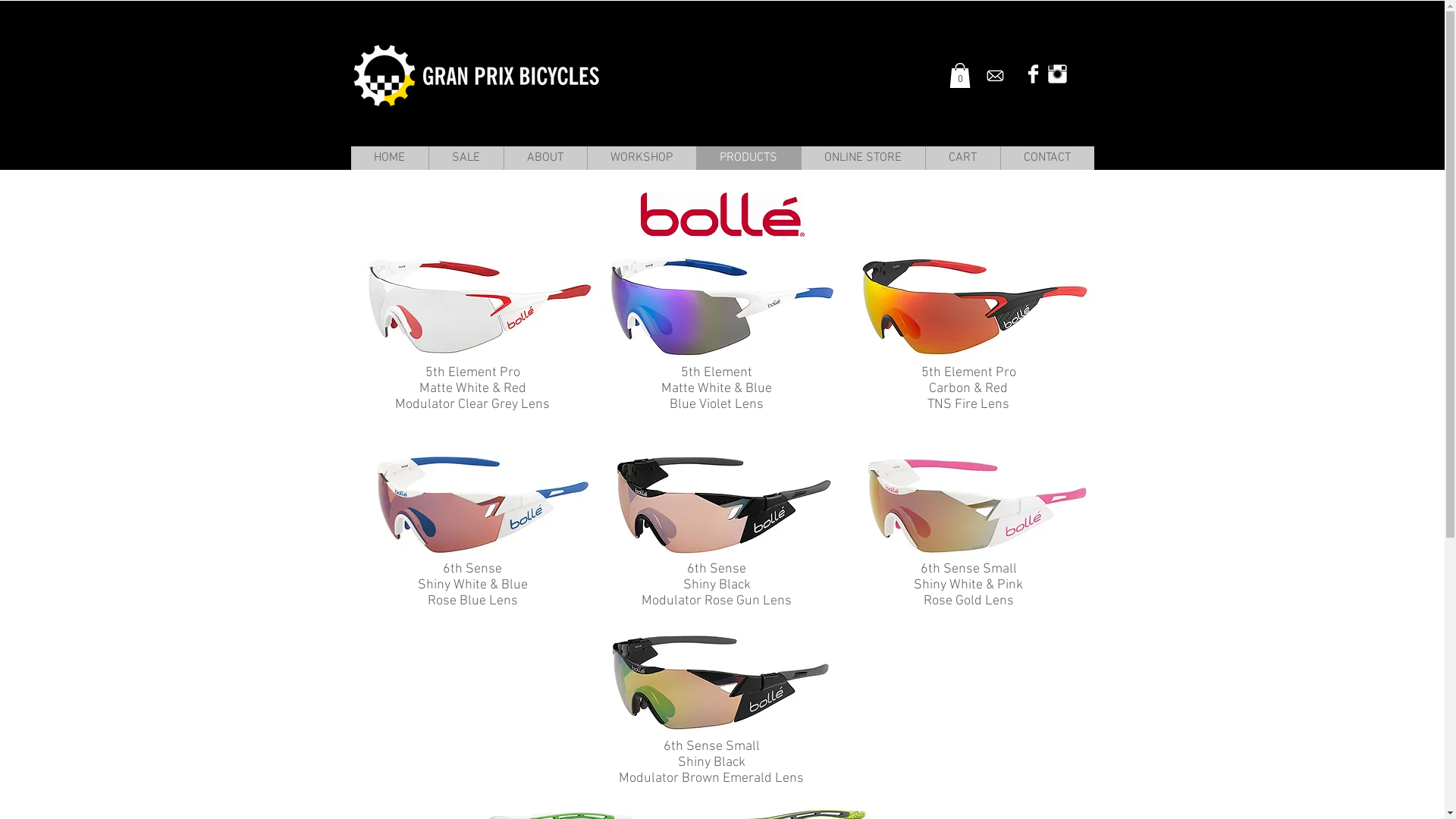 This screenshot has height=819, width=1456. What do you see at coordinates (748, 158) in the screenshot?
I see `'PRODUCTS'` at bounding box center [748, 158].